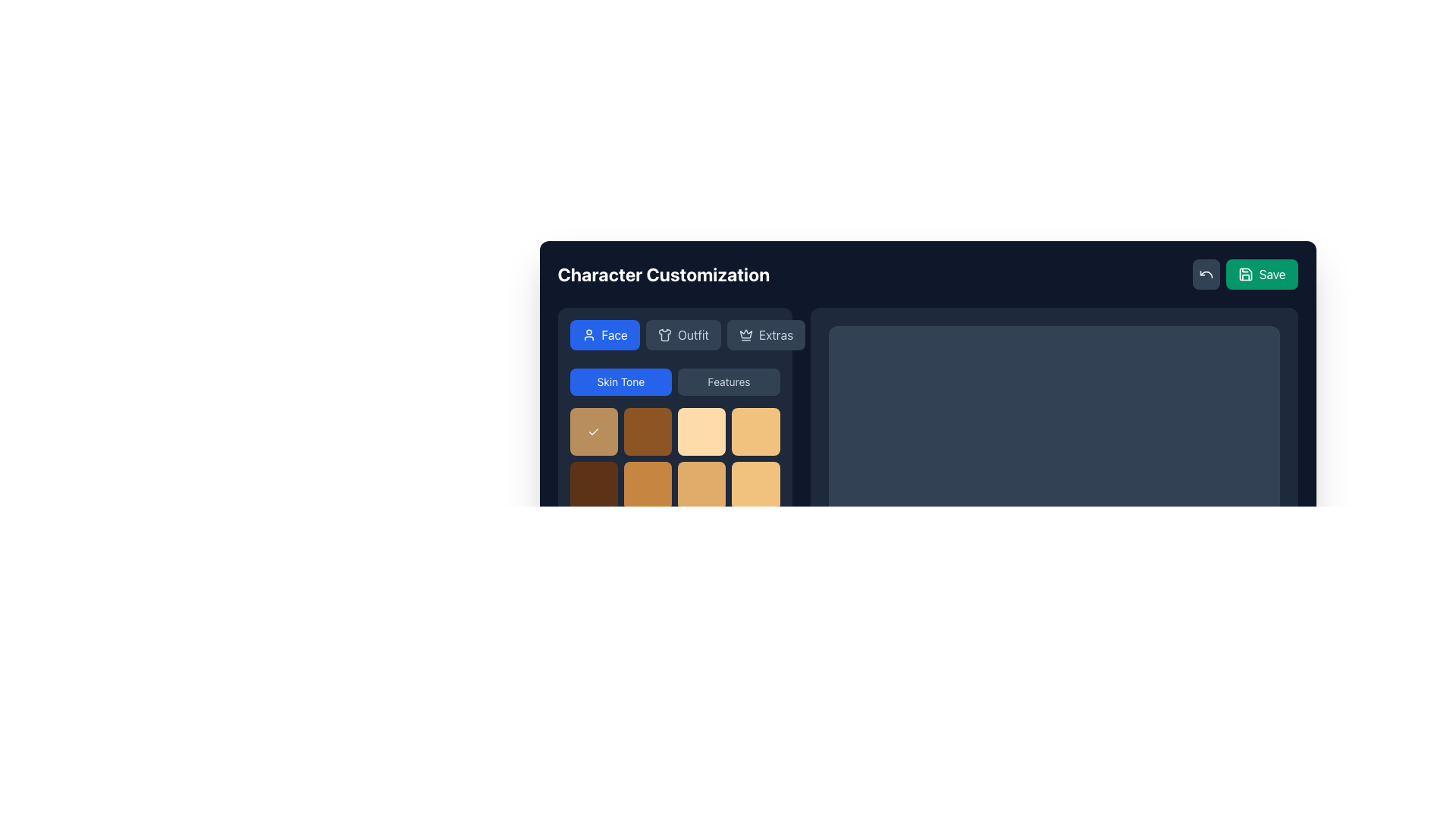 Image resolution: width=1456 pixels, height=819 pixels. I want to click on the interactive selection tile in the third column of the first row within the 'Skin Tone' section of the character customization interface, so click(701, 431).